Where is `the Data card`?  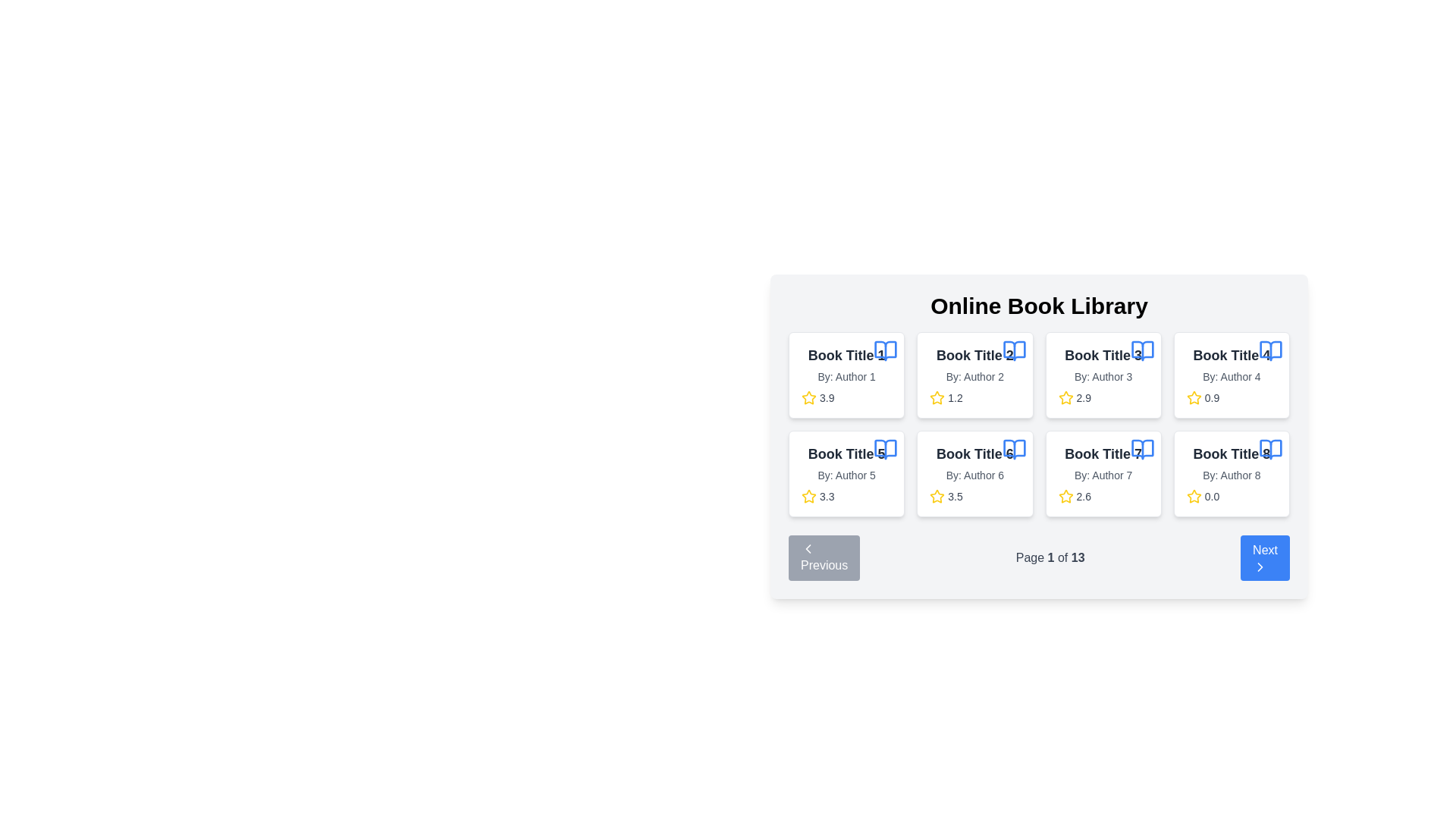
the Data card is located at coordinates (1038, 436).